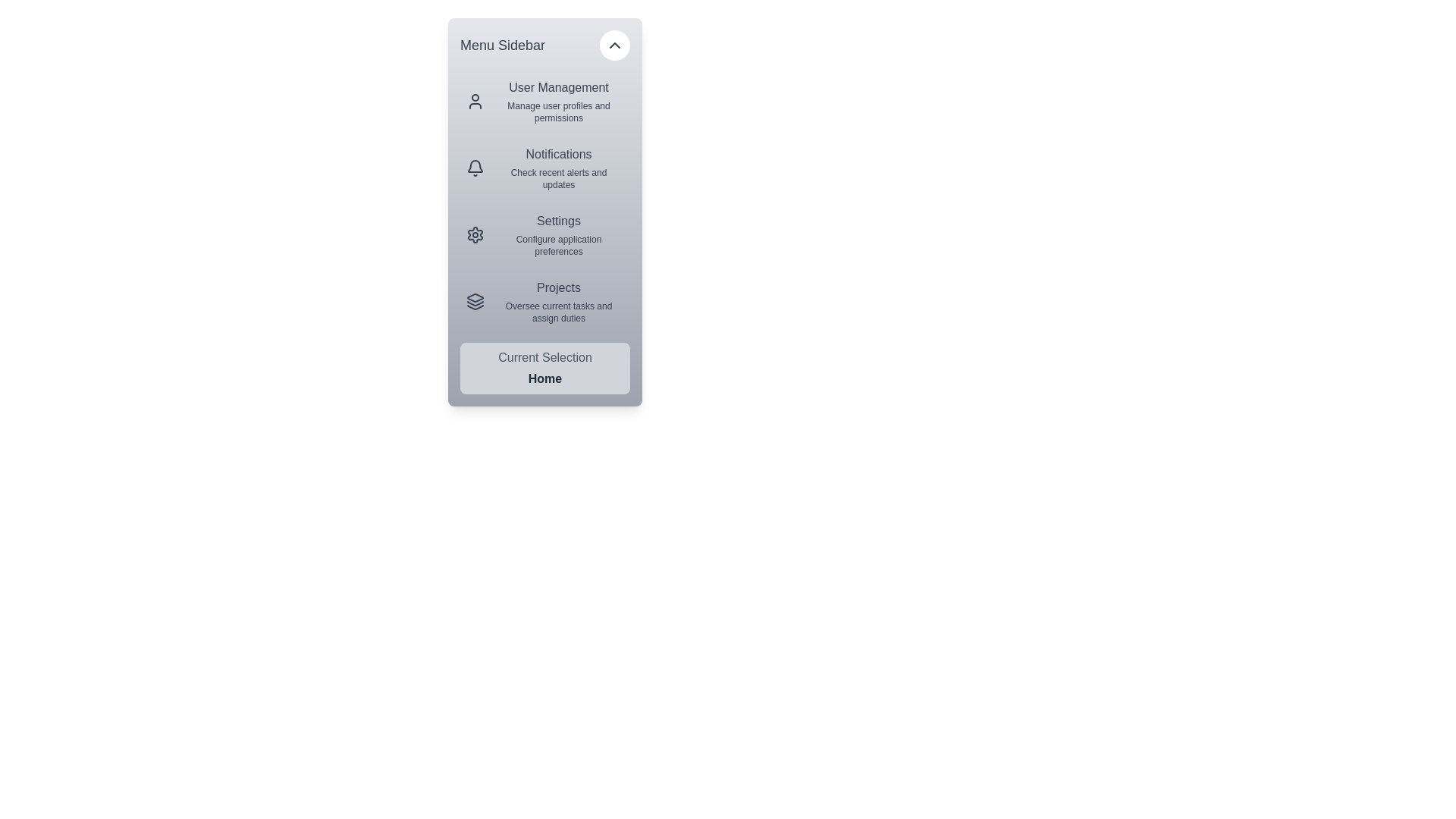  Describe the element at coordinates (545, 369) in the screenshot. I see `the 'Current Selection' label in the sidebar menu, which has a light gray background and contains the text 'Home' in bold below 'Current Selection'` at that location.